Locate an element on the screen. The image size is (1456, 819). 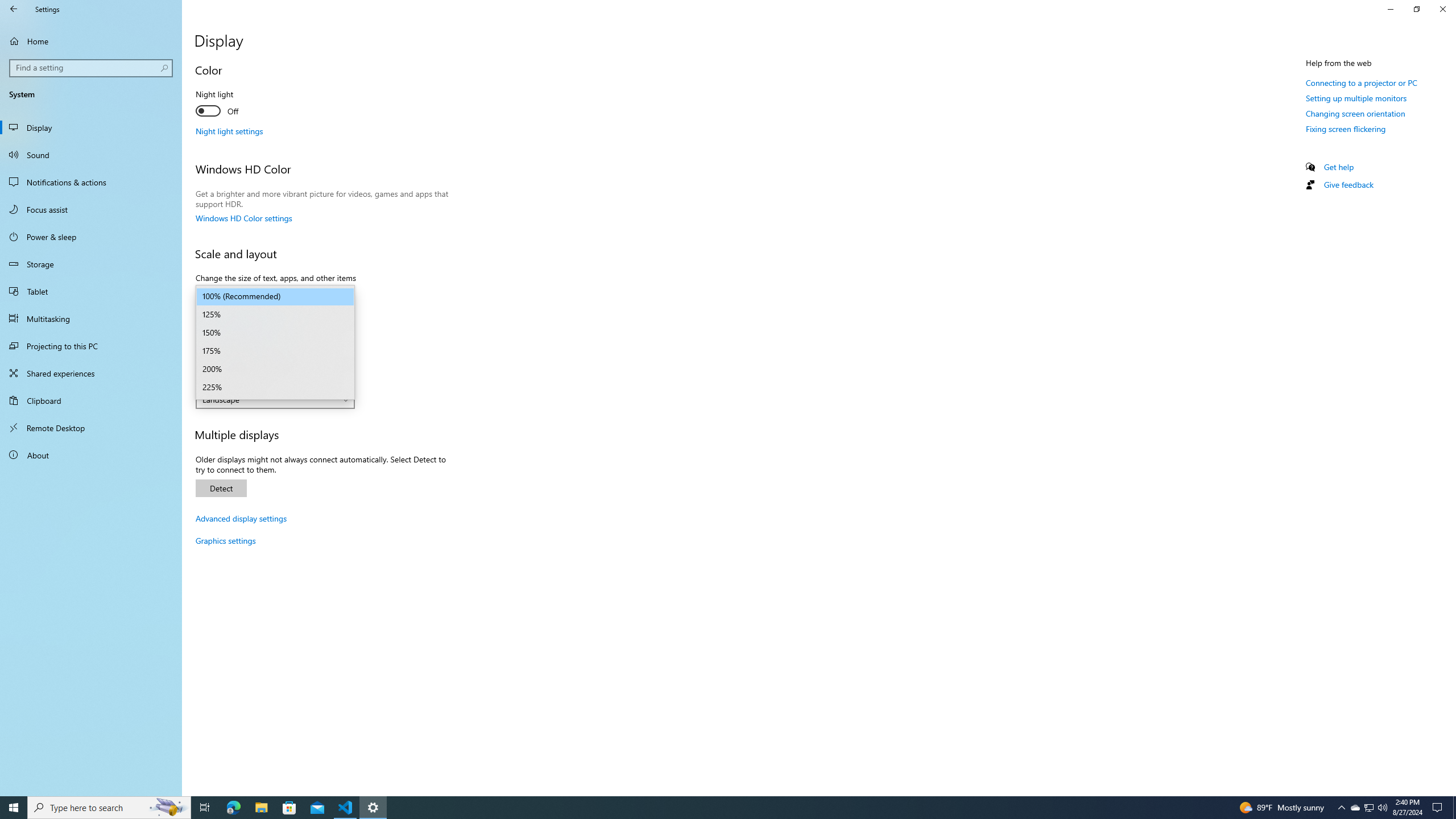
'Shared experiences' is located at coordinates (90, 372).